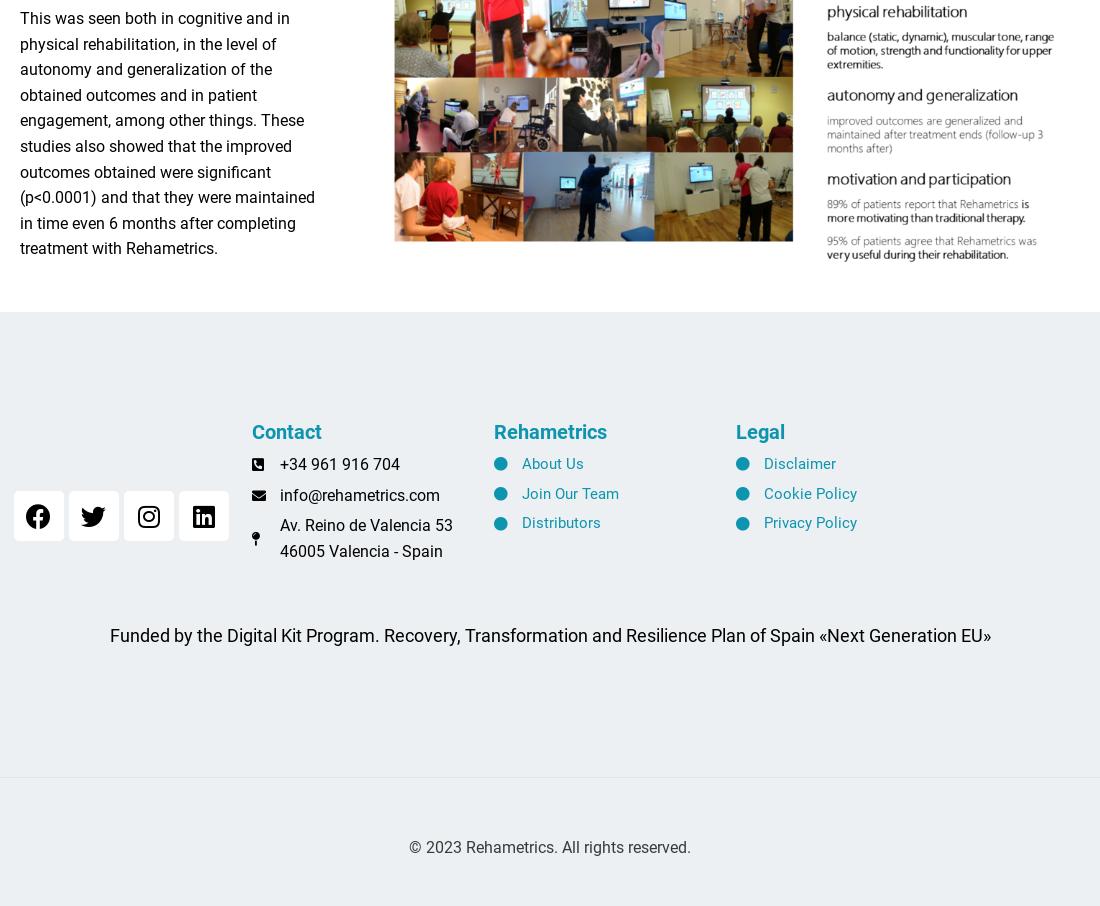 The width and height of the screenshot is (1100, 906). Describe the element at coordinates (550, 854) in the screenshot. I see `'© 2023 Rehametrics. All rights reserved.'` at that location.